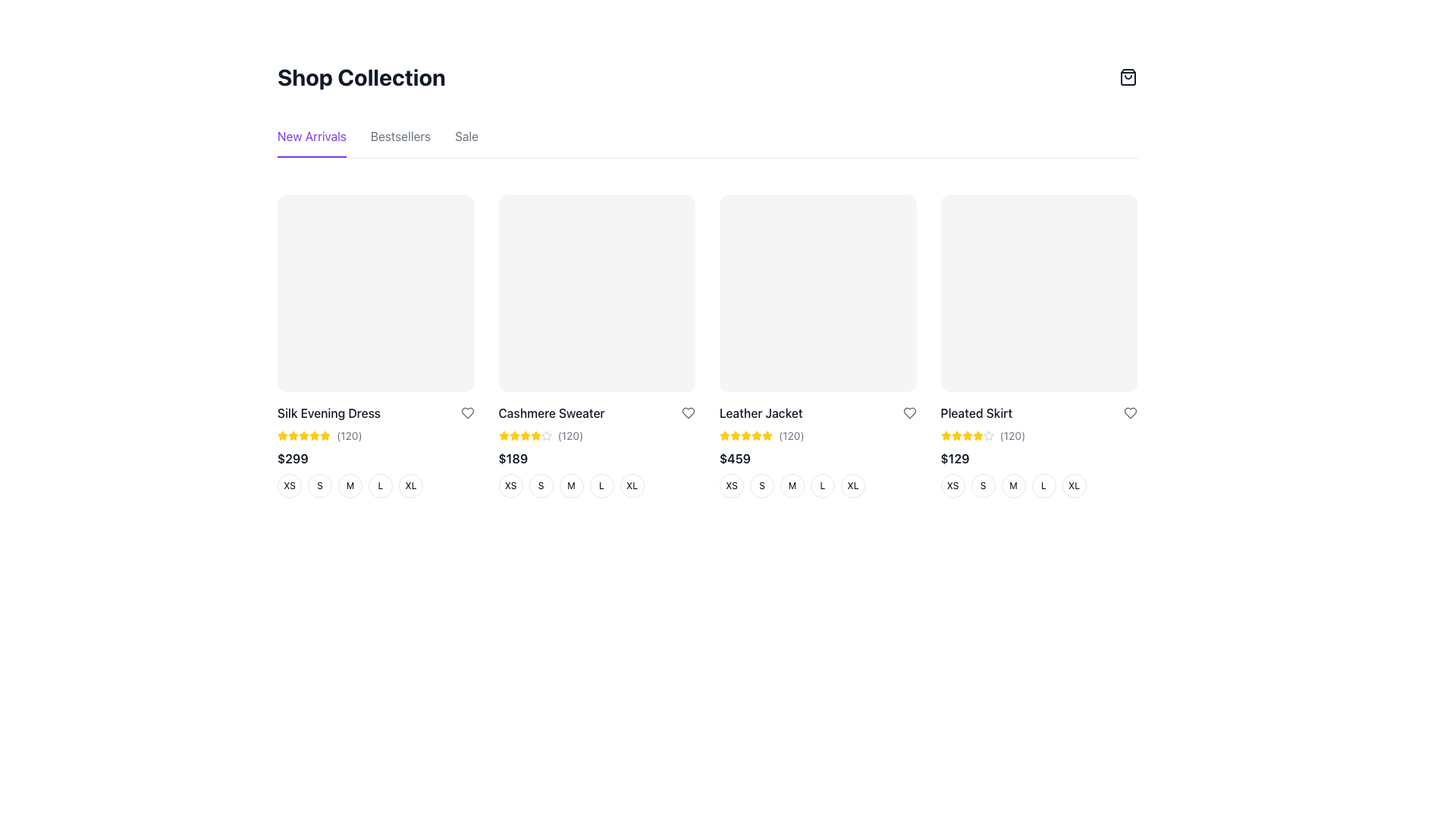 Image resolution: width=1456 pixels, height=819 pixels. What do you see at coordinates (513, 457) in the screenshot?
I see `the price label displaying '$189' in bold black text, located in the second column of the 'Shop Collection' section, beneath the 'Cashmere Sweater' product image and star rating` at bounding box center [513, 457].